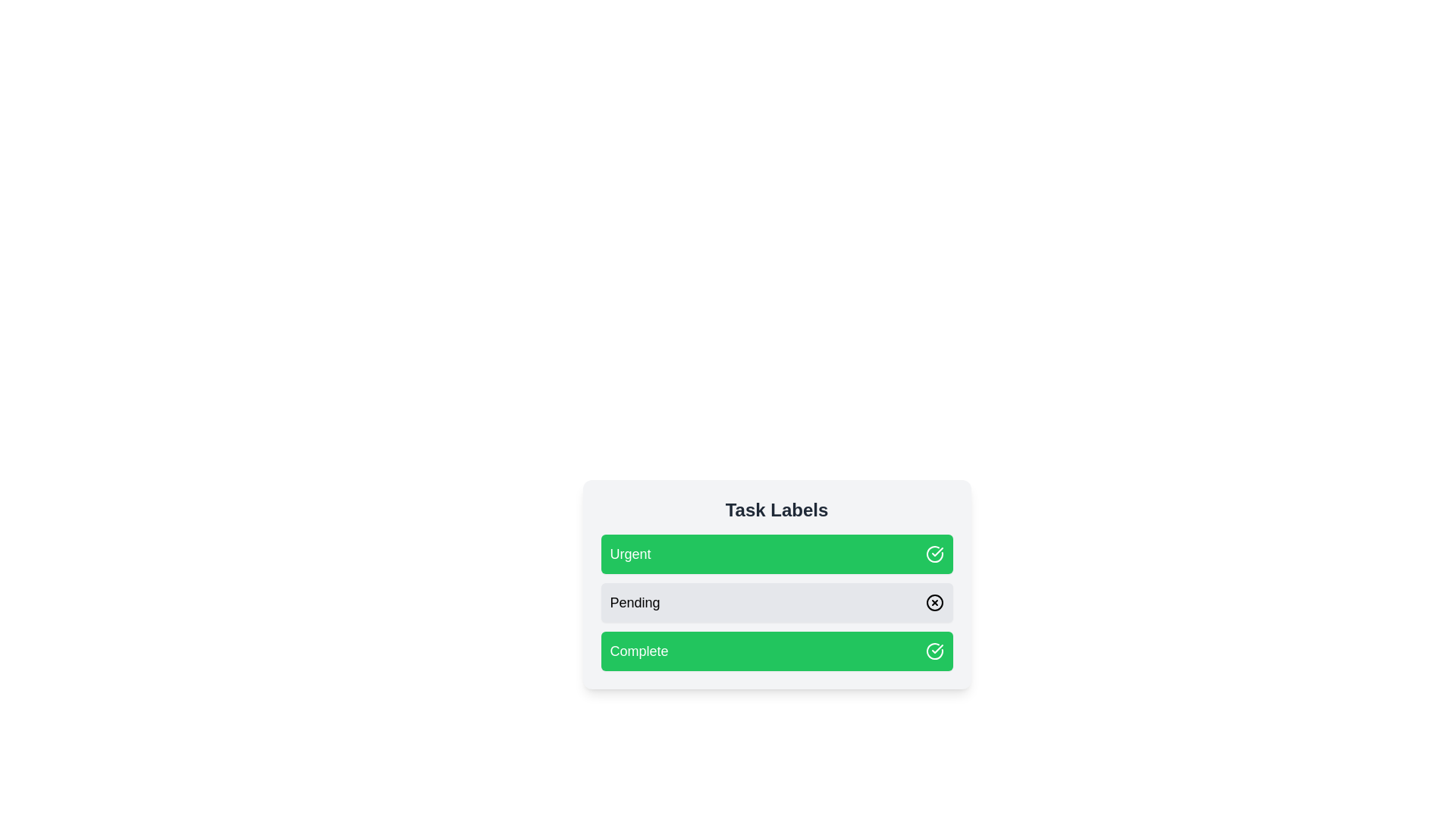 This screenshot has height=819, width=1456. I want to click on the label Complete to observe the hover effect, so click(777, 651).